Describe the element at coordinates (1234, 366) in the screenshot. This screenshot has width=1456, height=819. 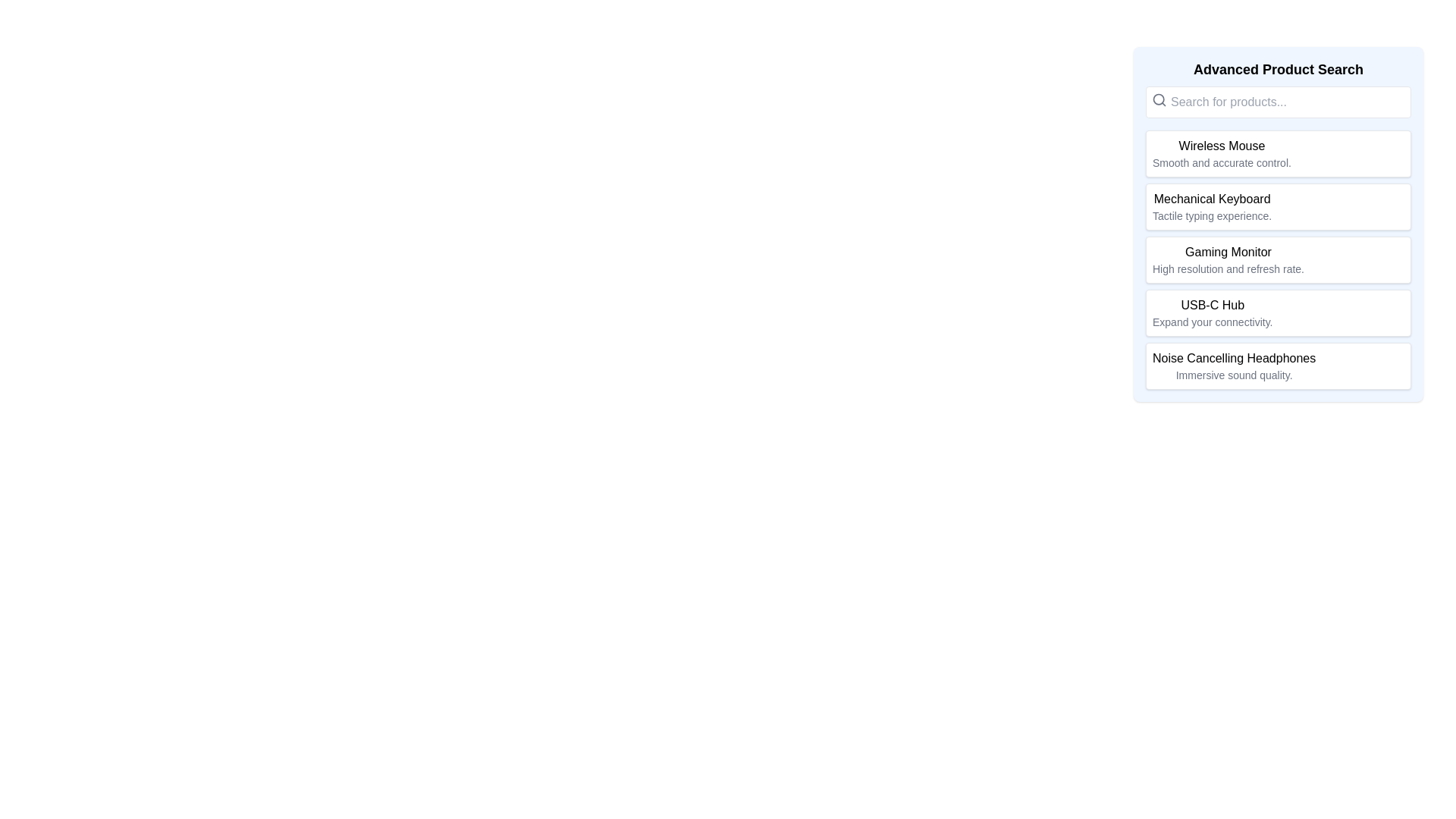
I see `the last item in the vertical list within the 'Advanced Product Search' sidebar section` at that location.